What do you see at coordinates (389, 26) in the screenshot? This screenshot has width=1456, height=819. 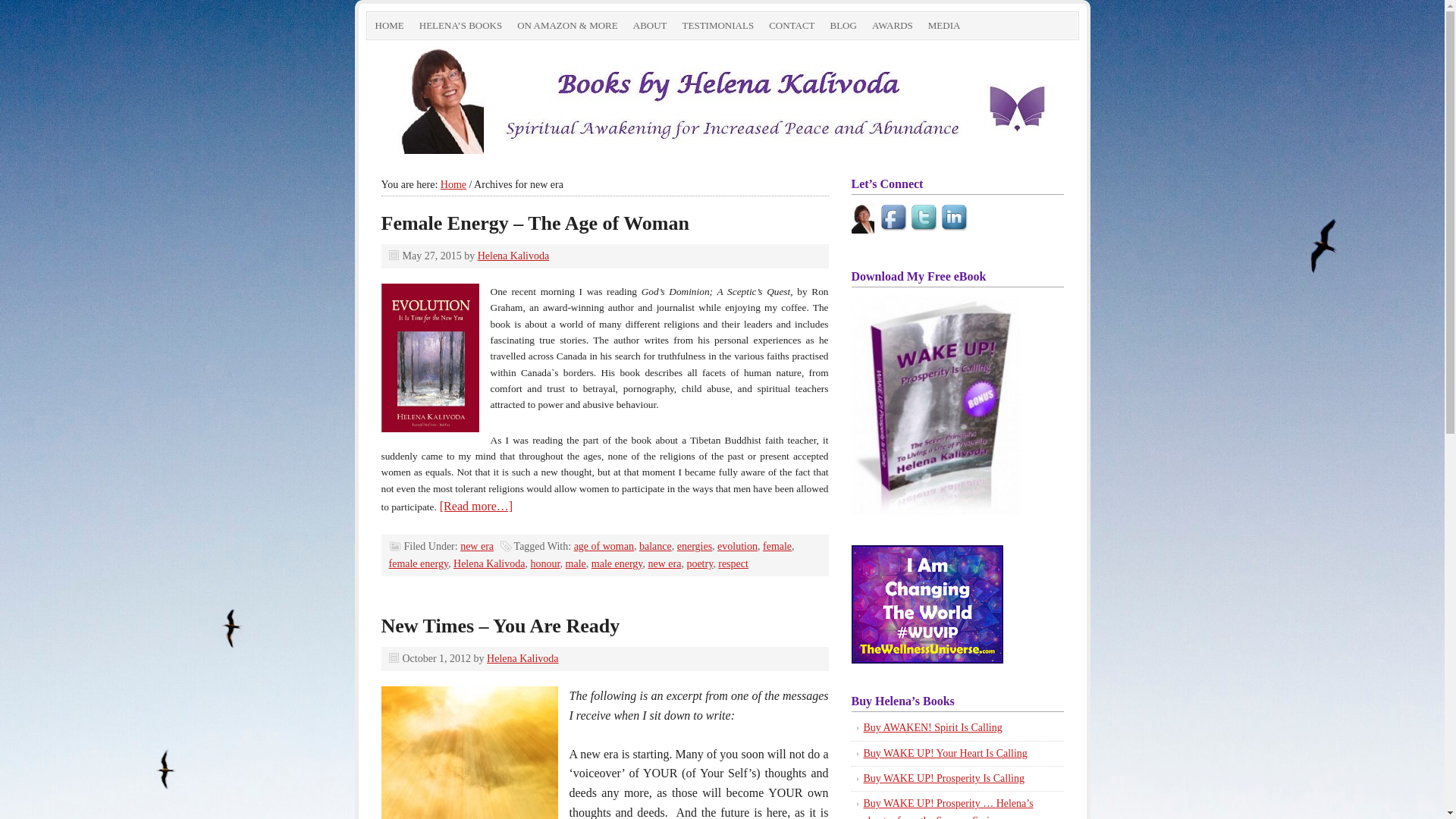 I see `'HOME'` at bounding box center [389, 26].